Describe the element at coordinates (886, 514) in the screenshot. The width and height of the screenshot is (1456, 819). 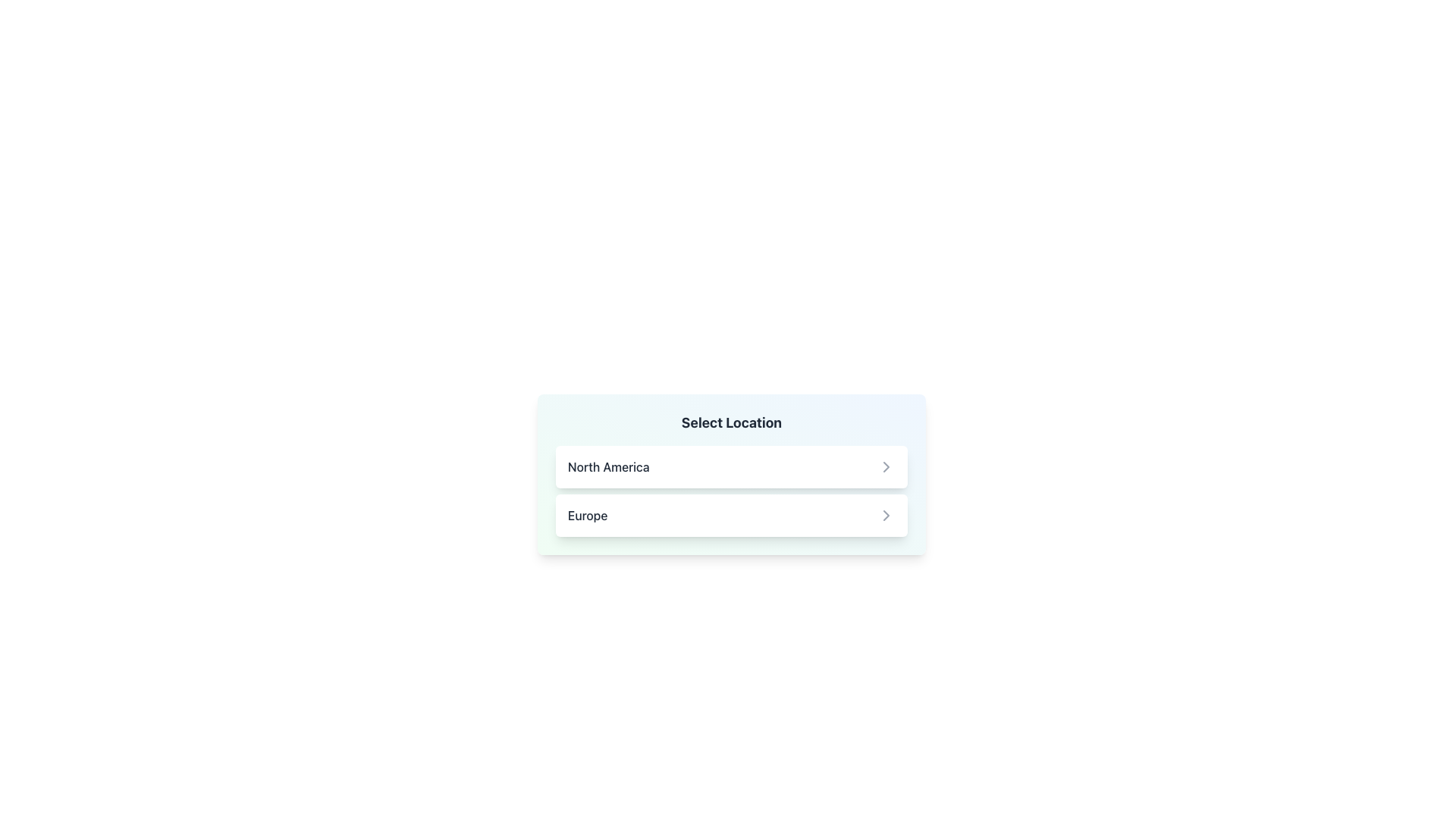
I see `the right-facing chevron icon styled in light gray, located next to the 'Europe' text in the menu item` at that location.